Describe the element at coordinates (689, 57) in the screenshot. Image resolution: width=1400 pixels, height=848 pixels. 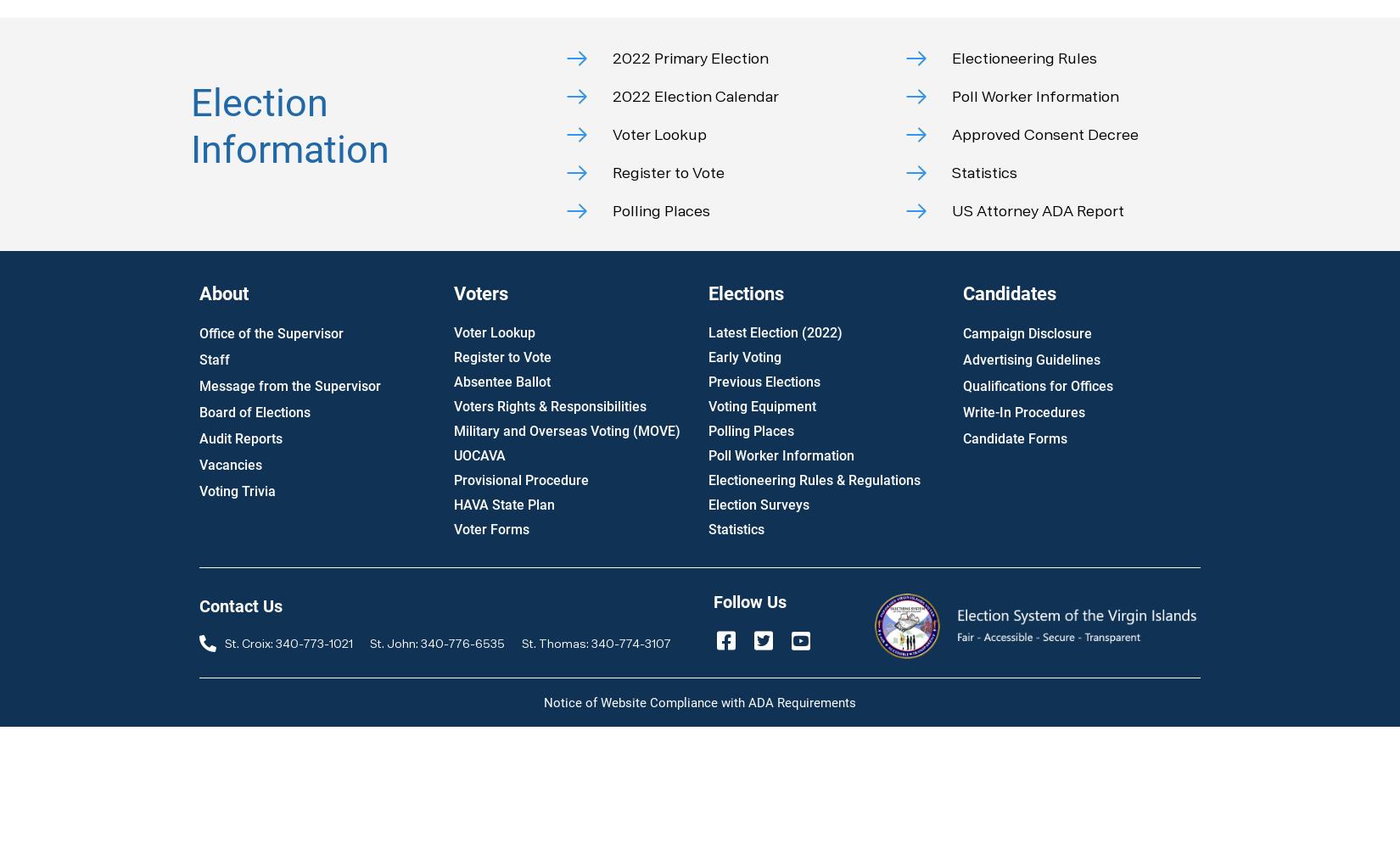
I see `'2022 Primary Election'` at that location.